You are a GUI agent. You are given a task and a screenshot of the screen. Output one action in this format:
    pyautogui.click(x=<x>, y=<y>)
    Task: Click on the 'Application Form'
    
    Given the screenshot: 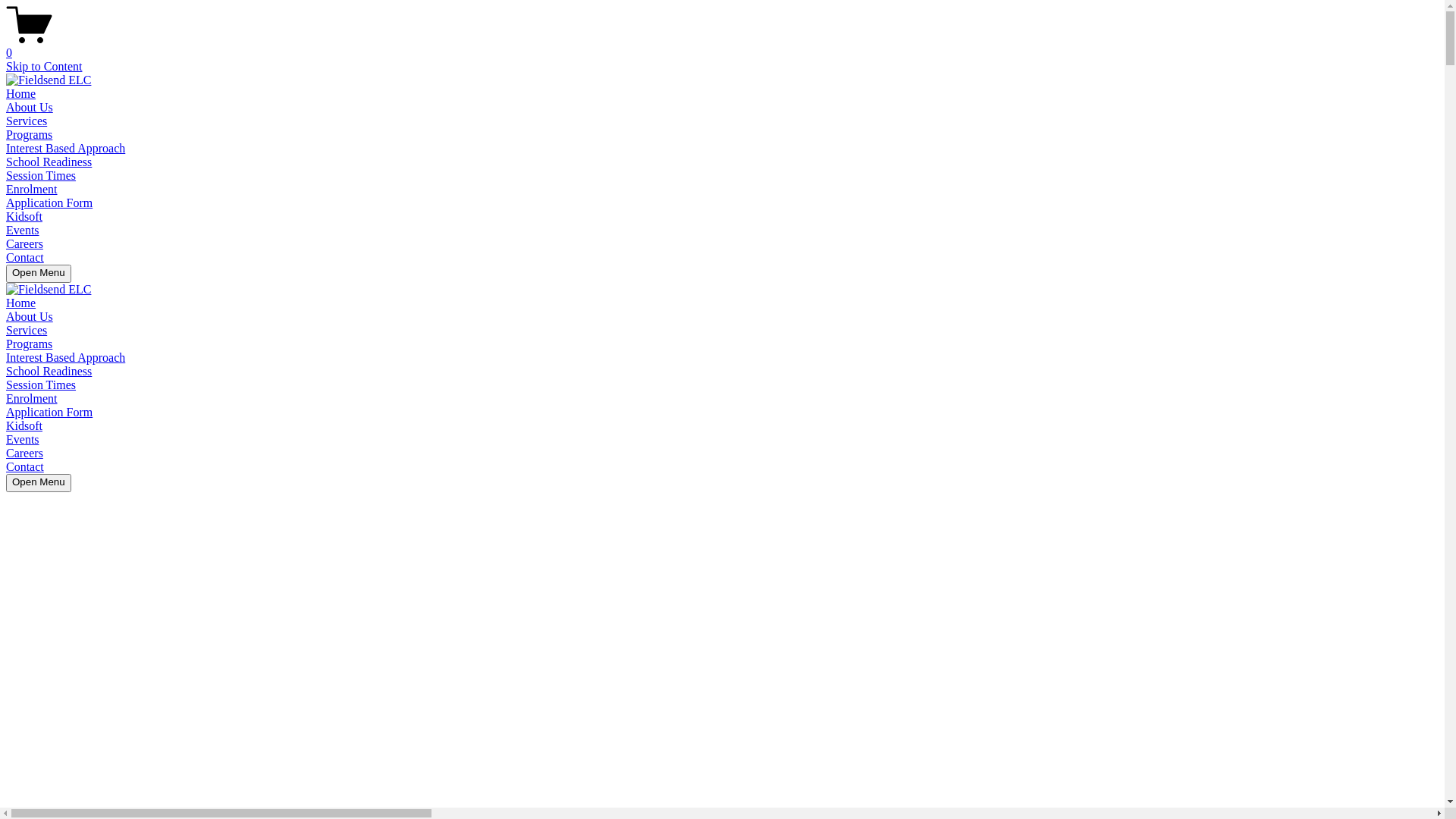 What is the action you would take?
    pyautogui.click(x=49, y=202)
    